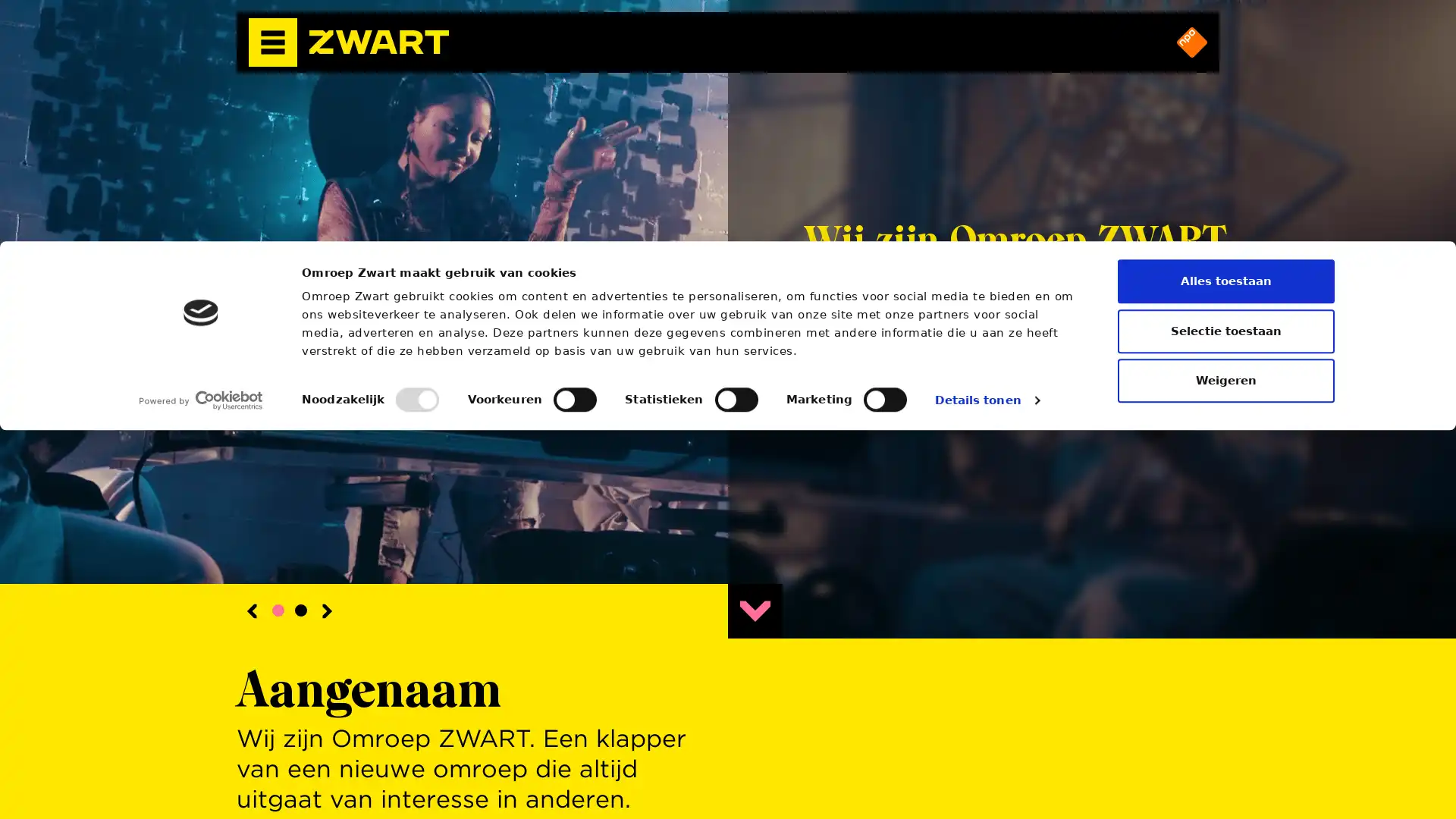 The image size is (1456, 819). What do you see at coordinates (1226, 769) in the screenshot?
I see `Weigeren` at bounding box center [1226, 769].